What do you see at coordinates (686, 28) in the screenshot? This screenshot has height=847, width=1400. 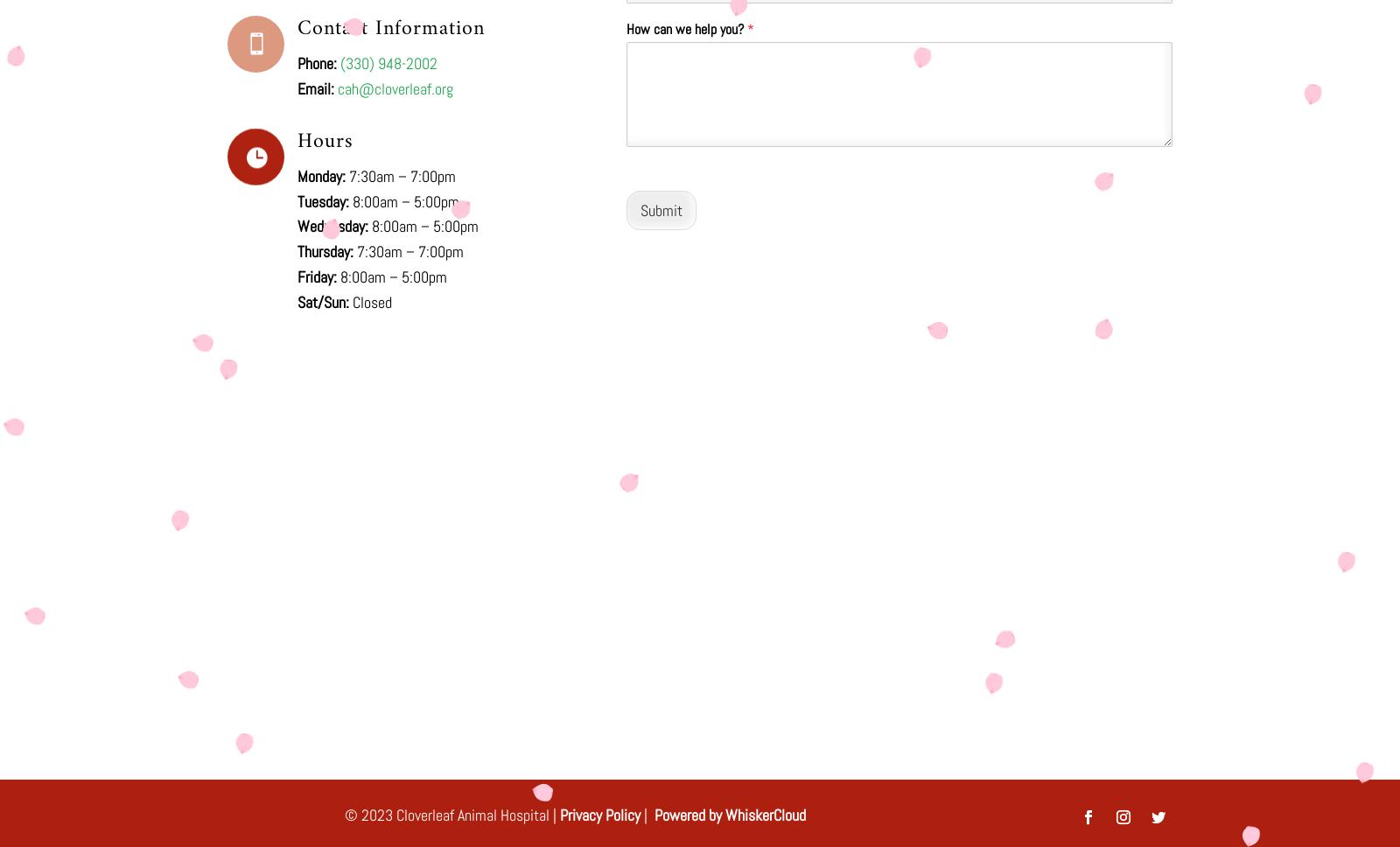 I see `'How can we help you?'` at bounding box center [686, 28].